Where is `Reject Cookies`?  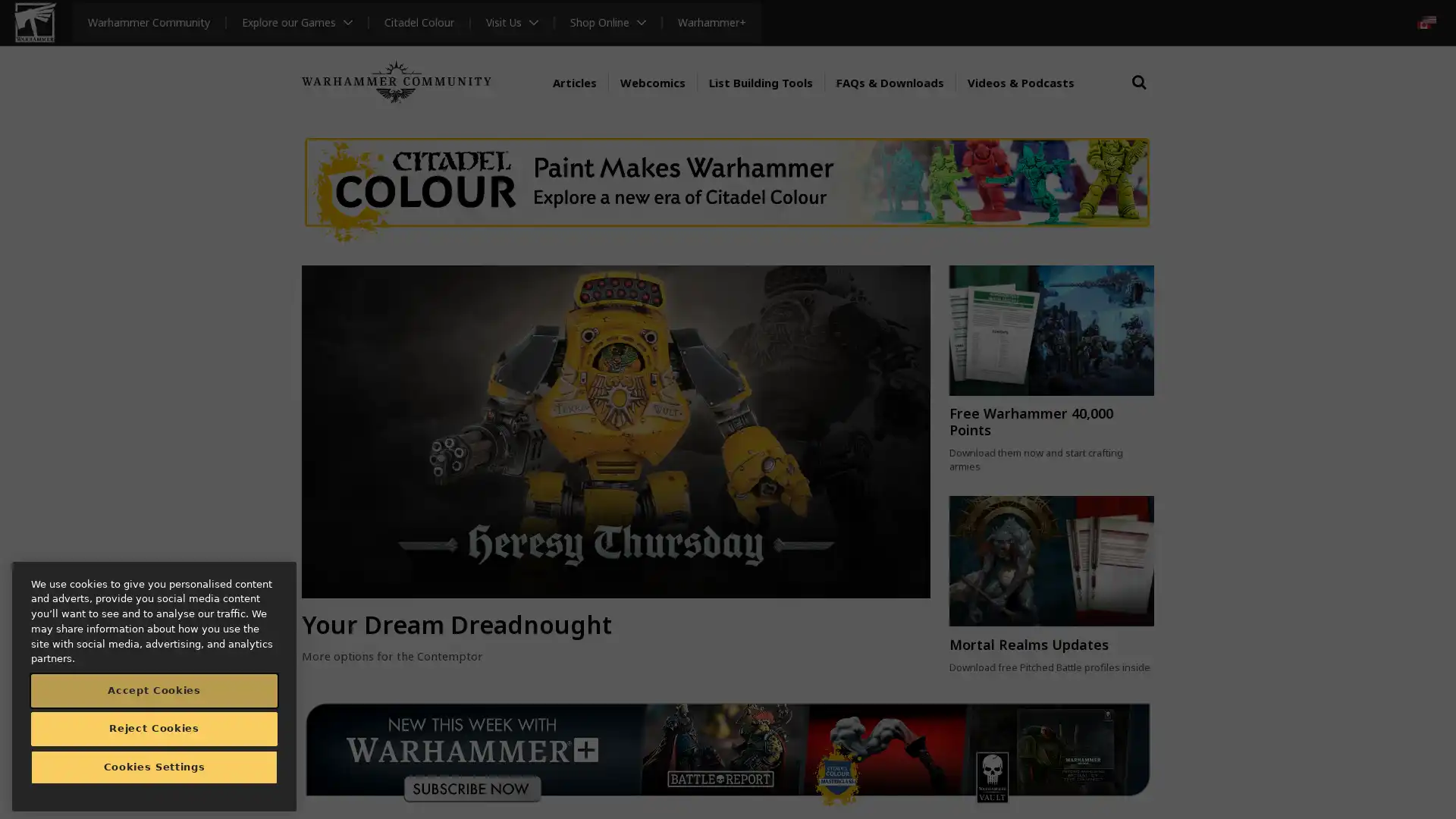 Reject Cookies is located at coordinates (154, 727).